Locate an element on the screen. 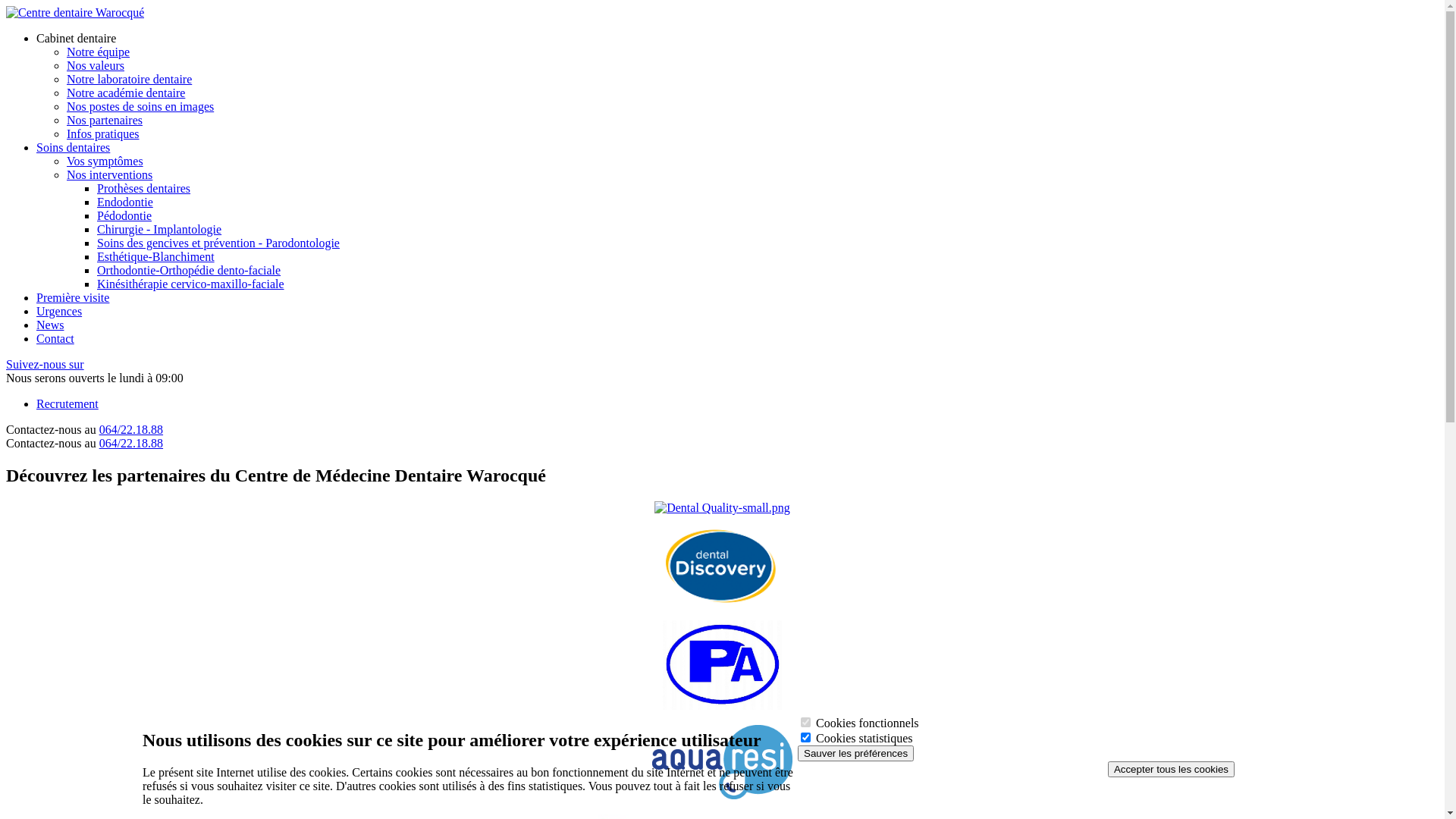  'Nos postes de soins en images' is located at coordinates (140, 105).